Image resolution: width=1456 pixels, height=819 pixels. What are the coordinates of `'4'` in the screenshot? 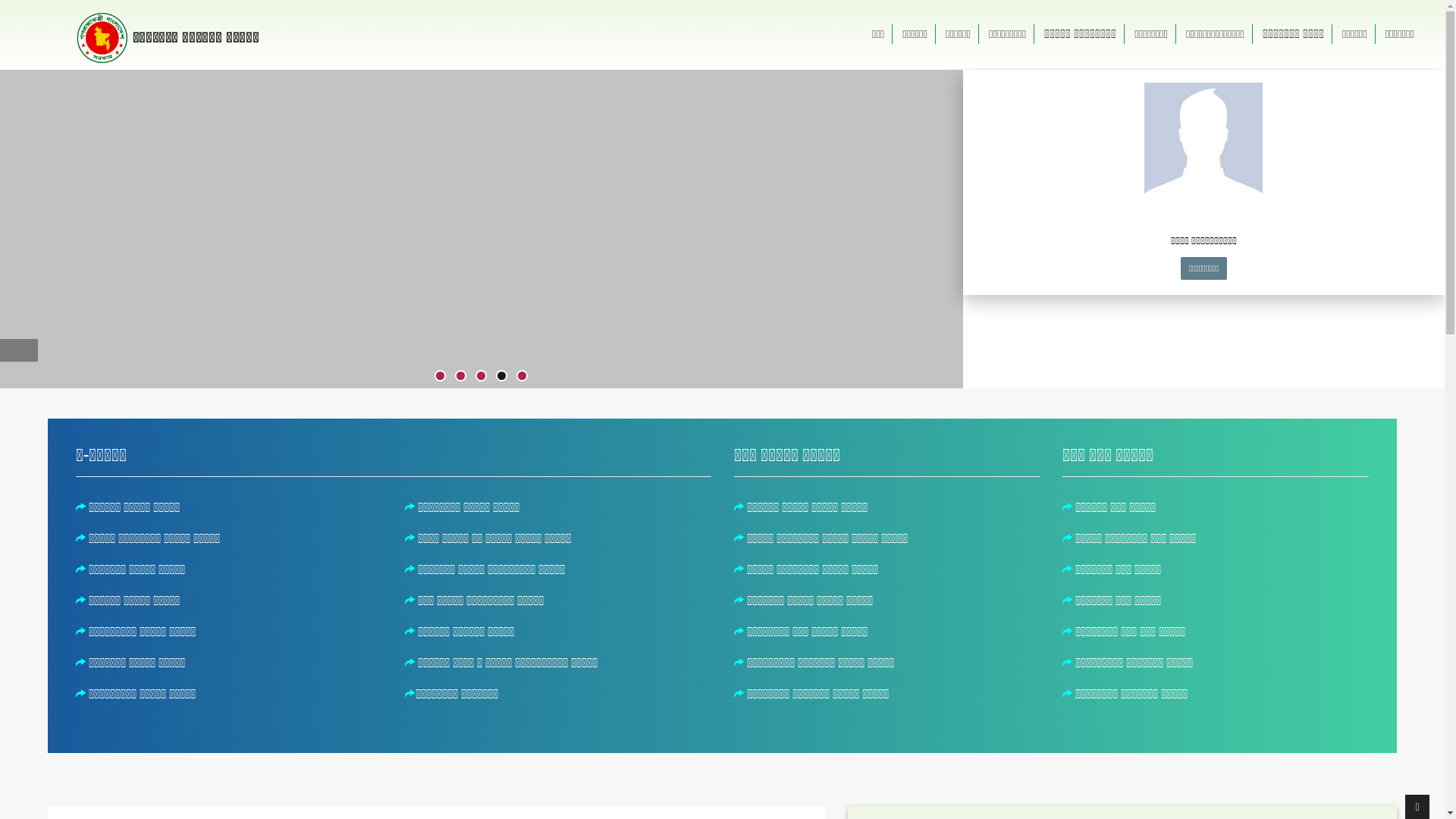 It's located at (501, 375).